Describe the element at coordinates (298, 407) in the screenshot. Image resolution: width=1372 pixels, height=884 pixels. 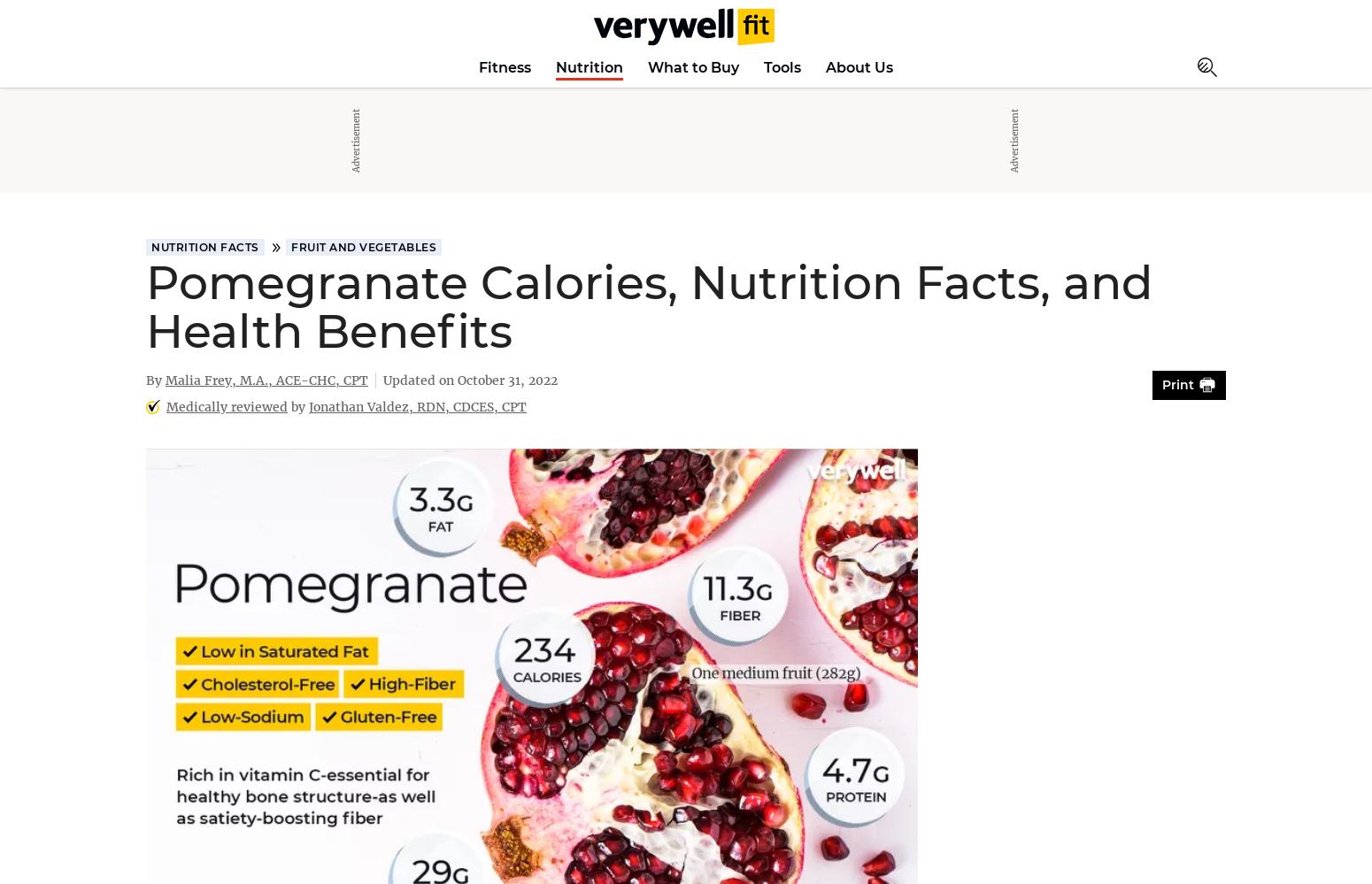
I see `'by'` at that location.